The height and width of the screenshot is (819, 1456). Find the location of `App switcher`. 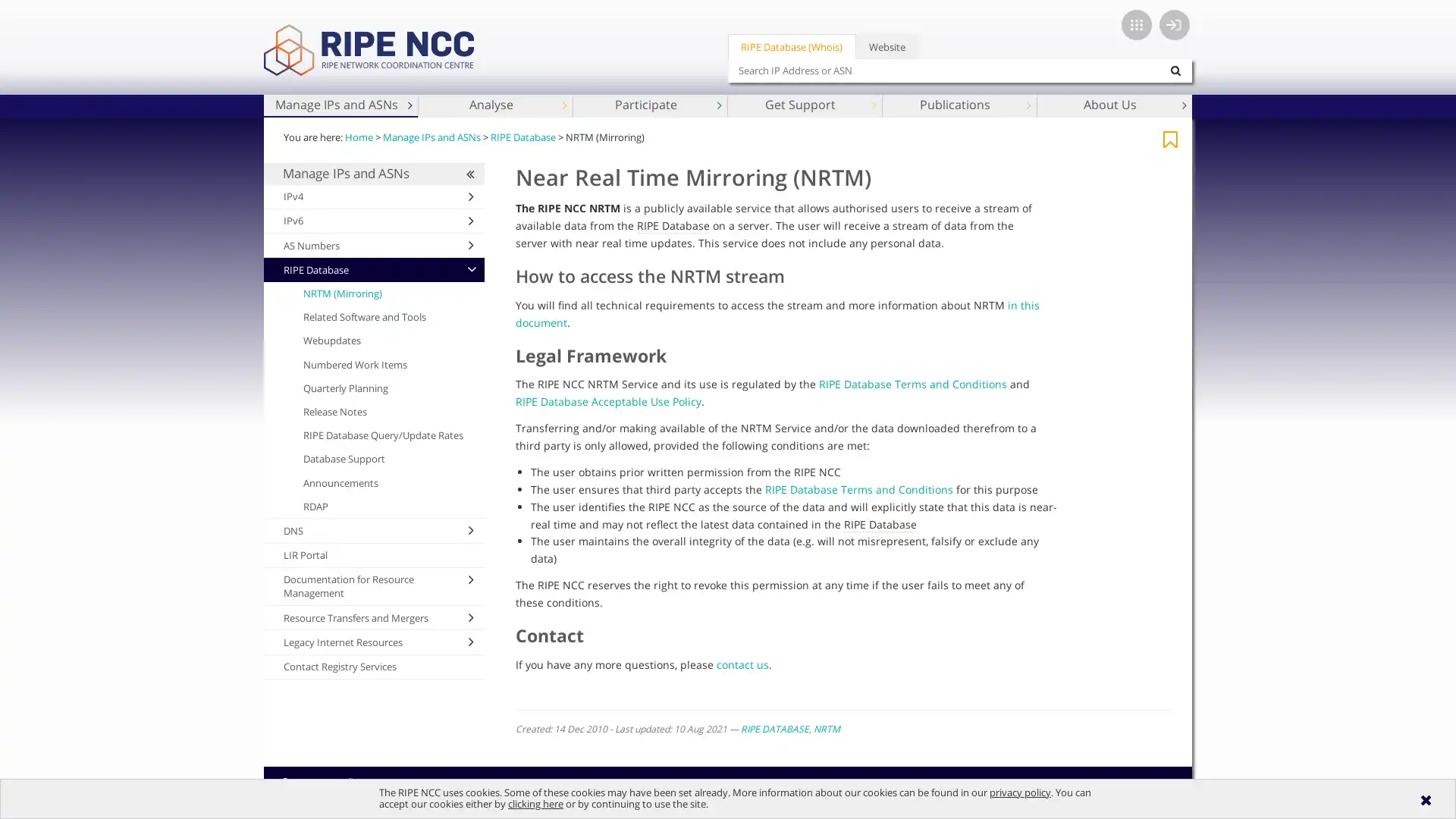

App switcher is located at coordinates (1136, 25).